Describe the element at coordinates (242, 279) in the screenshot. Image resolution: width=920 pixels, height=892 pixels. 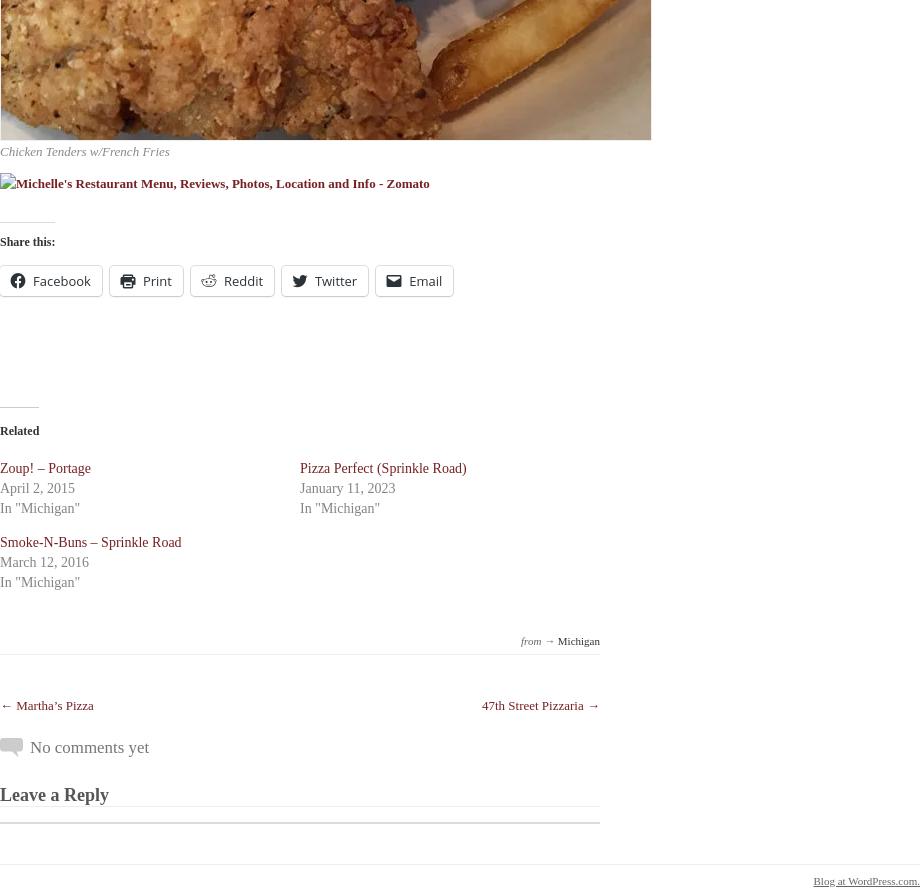
I see `'Reddit'` at that location.